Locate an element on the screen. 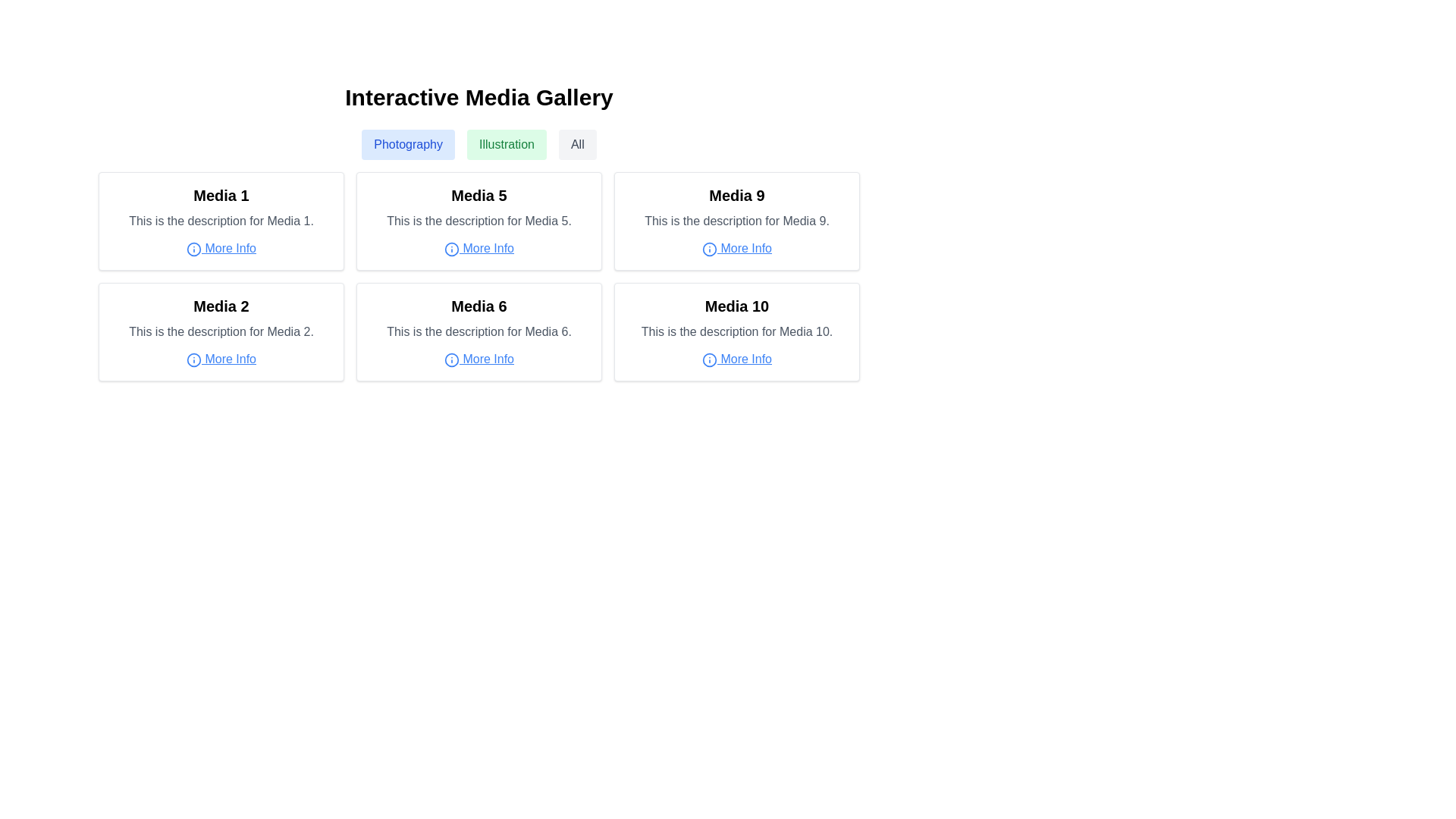 Image resolution: width=1456 pixels, height=819 pixels. the SVG graphical element of the 'More Info' feature in the 'Media 2' card, located in the leftmost position of the second row is located at coordinates (193, 359).